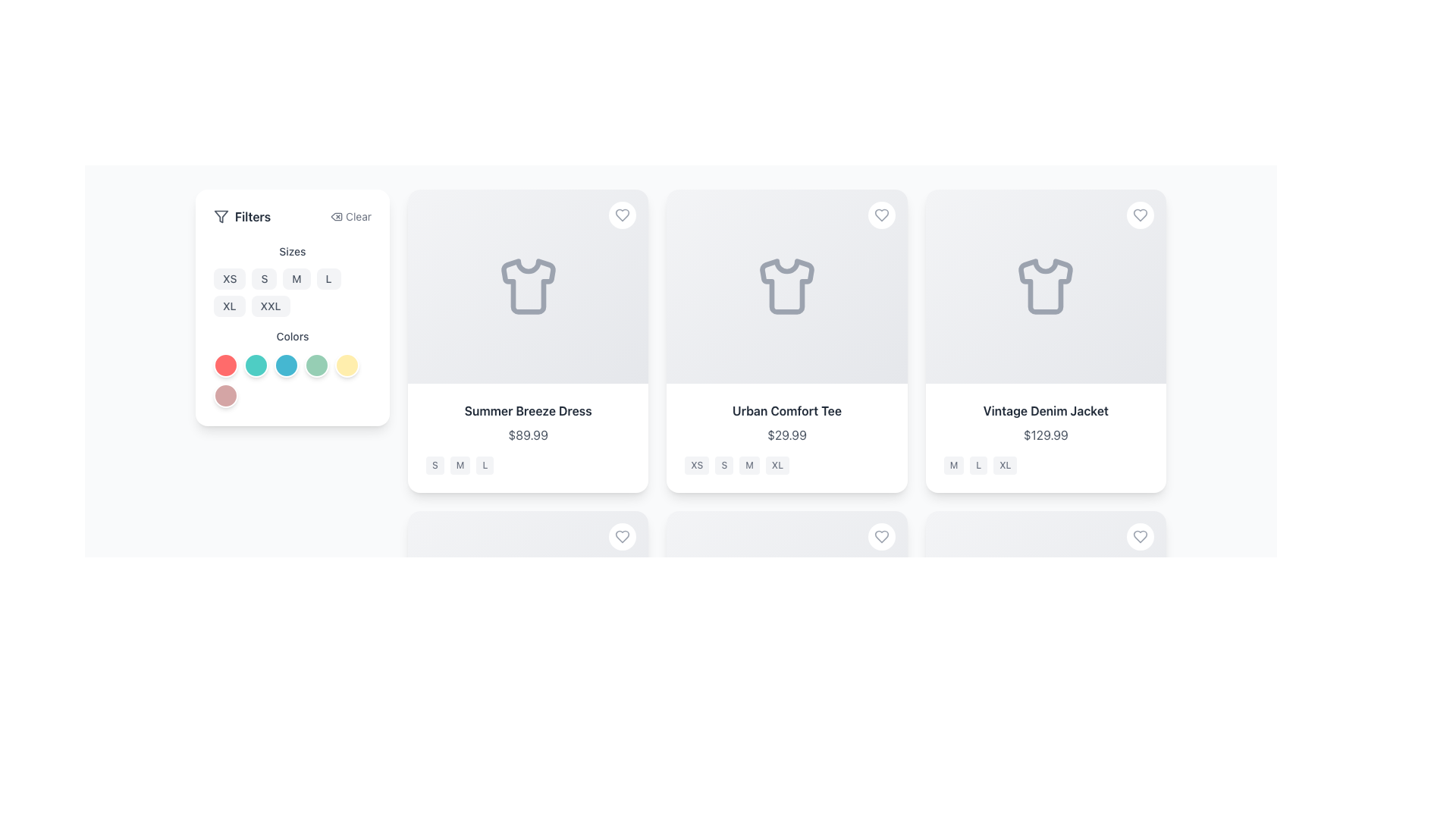 The image size is (1456, 819). What do you see at coordinates (881, 536) in the screenshot?
I see `the heart-shaped icon located` at bounding box center [881, 536].